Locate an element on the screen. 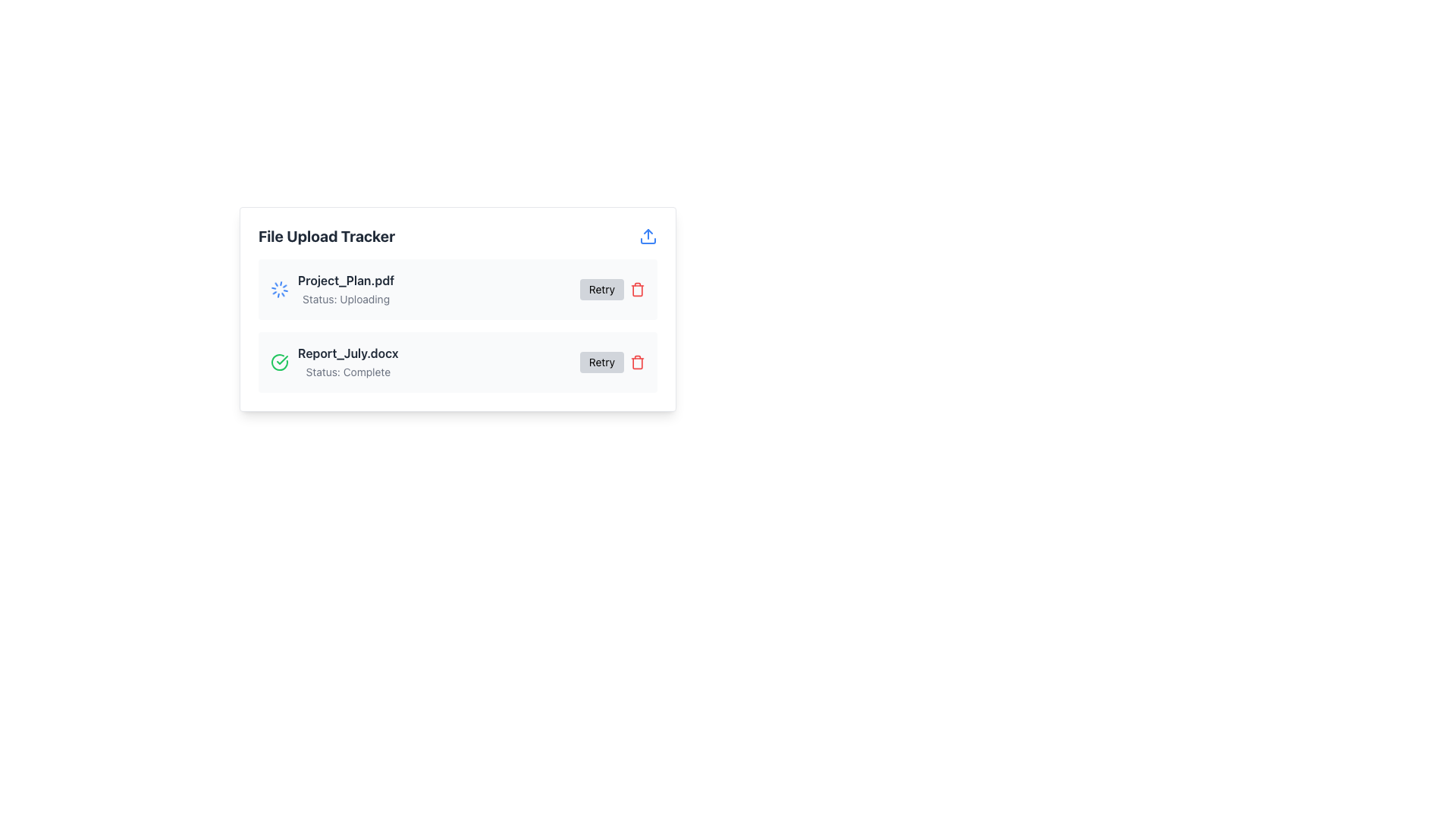 This screenshot has width=1456, height=819. the text label displaying the file name 'Report_July.docx' in the 'File Upload Tracker' section, located to the left of the 'Retry' button is located at coordinates (347, 353).